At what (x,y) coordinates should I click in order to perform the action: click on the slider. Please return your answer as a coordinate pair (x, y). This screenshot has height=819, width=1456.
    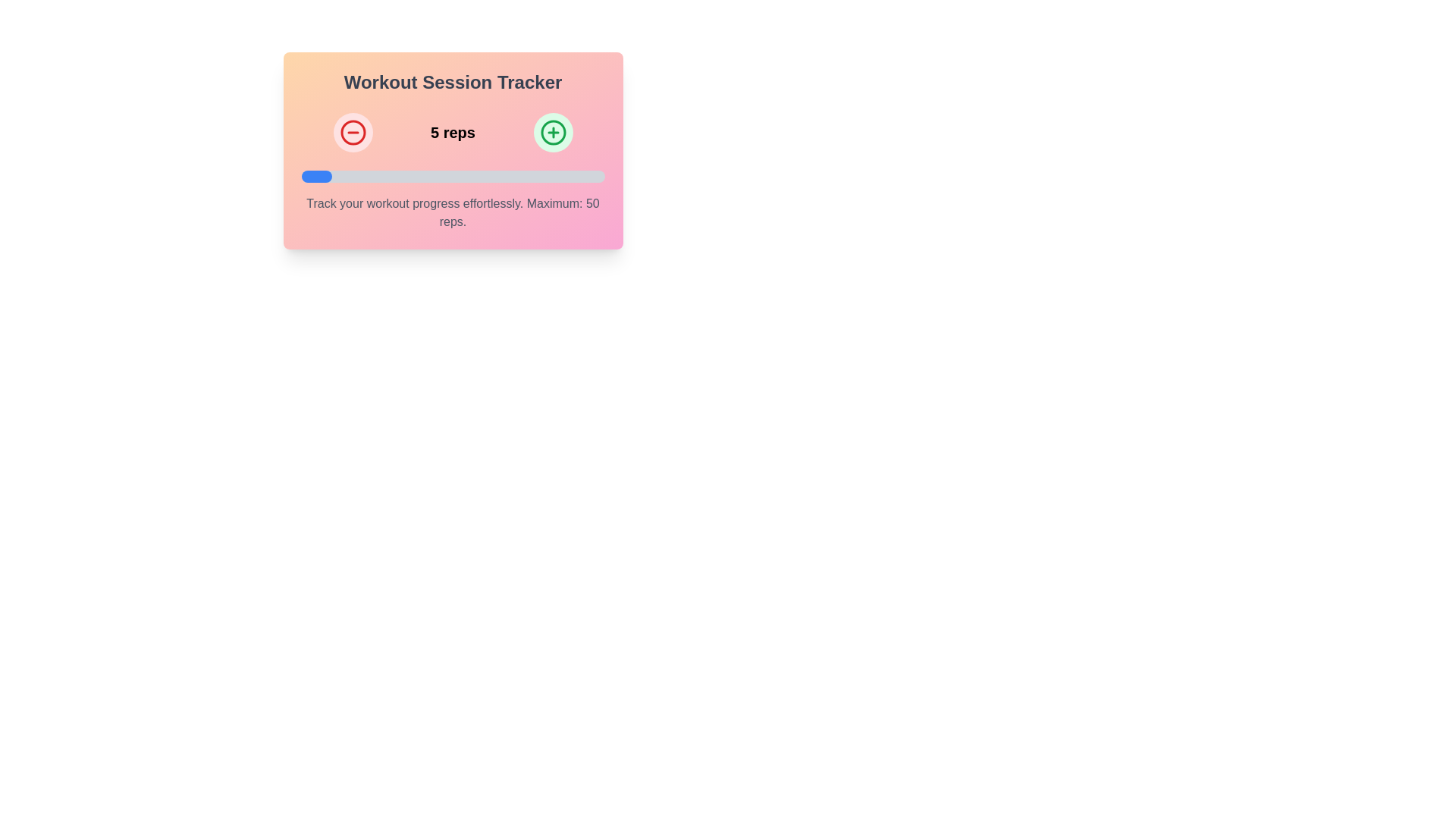
    Looking at the image, I should click on (310, 175).